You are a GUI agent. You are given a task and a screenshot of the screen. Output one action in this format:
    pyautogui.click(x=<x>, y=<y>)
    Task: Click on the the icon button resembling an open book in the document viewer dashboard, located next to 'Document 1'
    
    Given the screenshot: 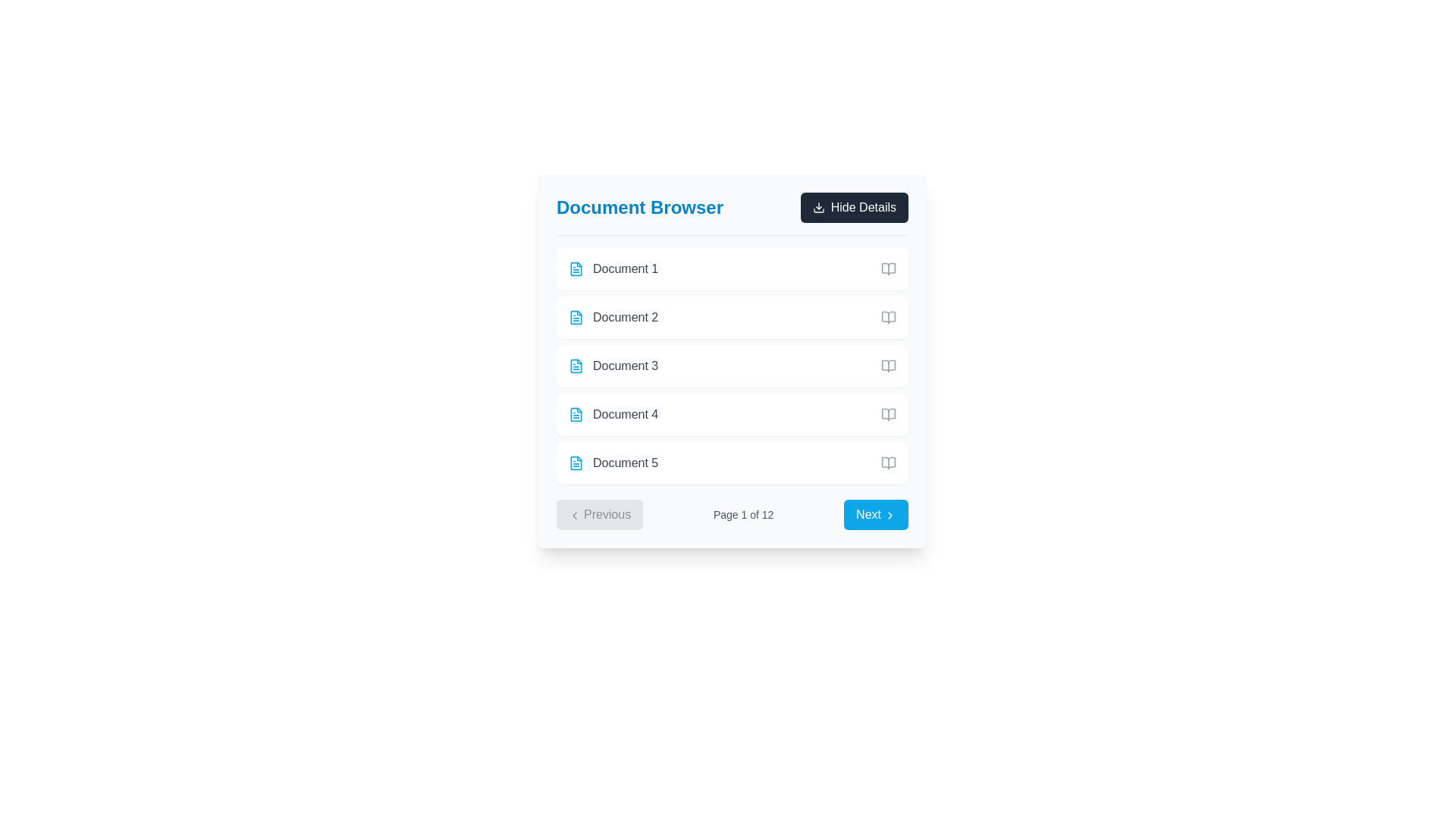 What is the action you would take?
    pyautogui.click(x=888, y=268)
    